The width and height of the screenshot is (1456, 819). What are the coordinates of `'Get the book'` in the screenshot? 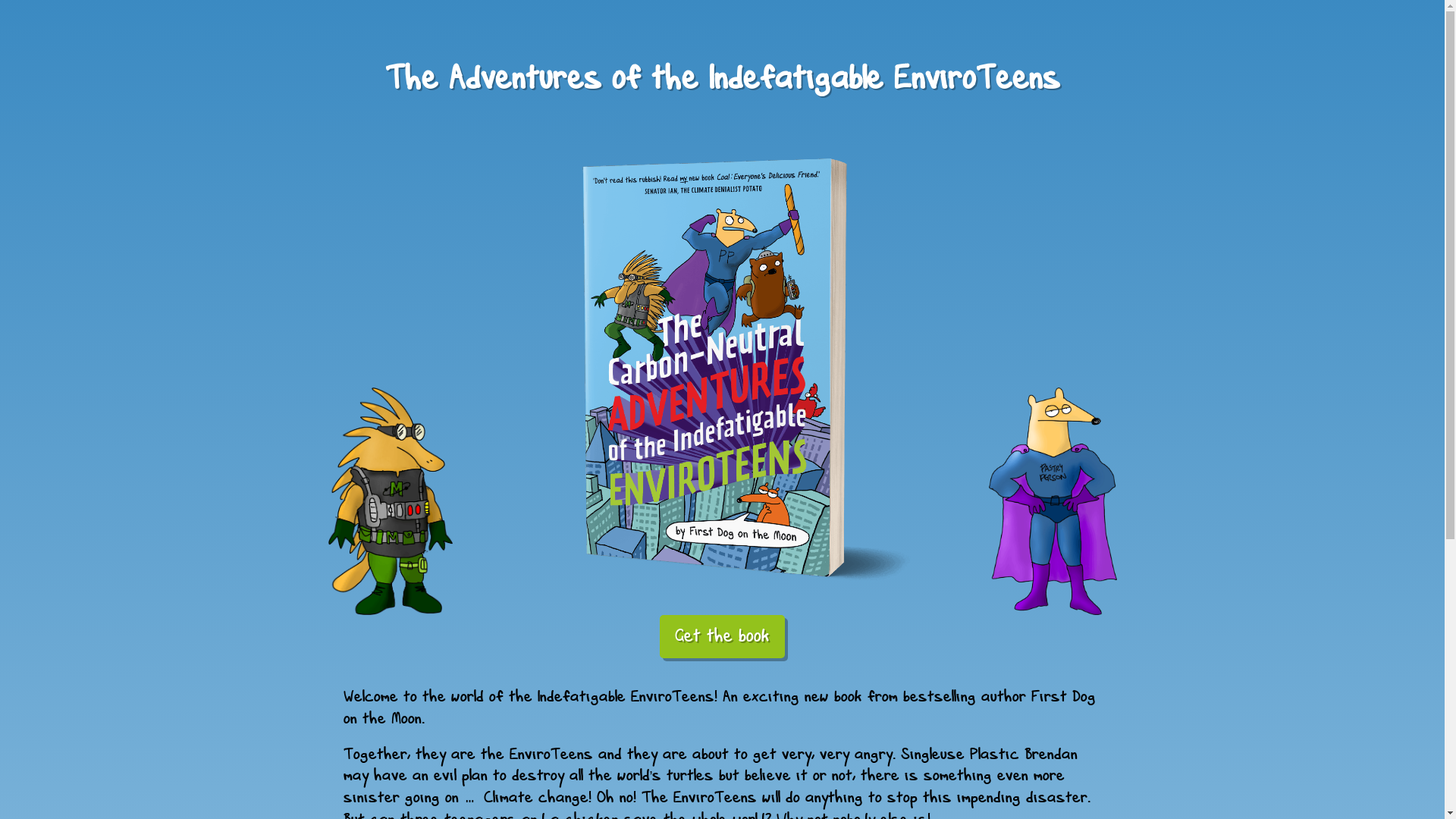 It's located at (721, 636).